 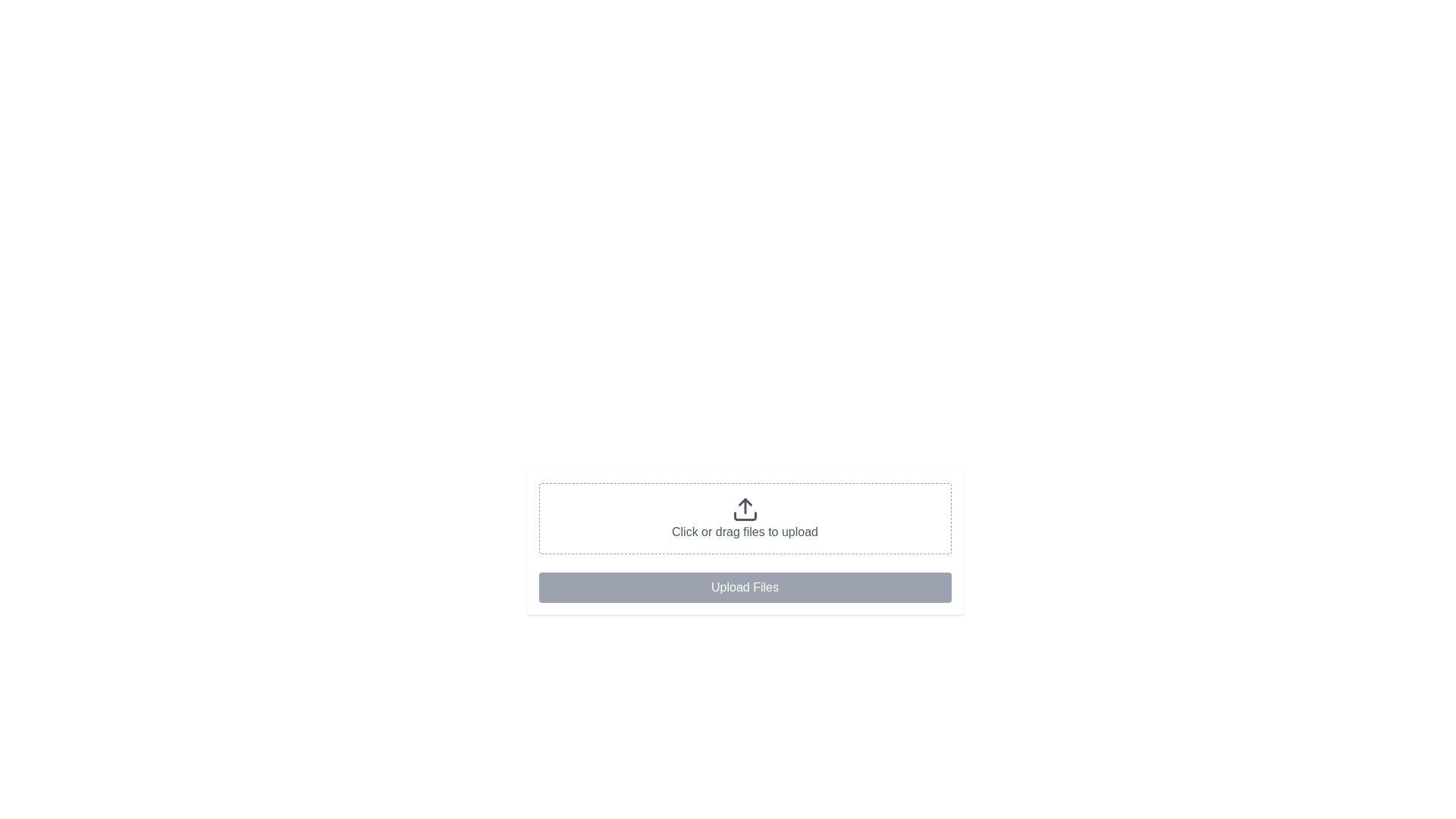 What do you see at coordinates (745, 517) in the screenshot?
I see `files into the File Upload Drop Zone, which is visually represented by a dashed rectangular area with rounded corners and a light gray border, featuring an upward-pointing arrow icon and the text label 'Click or drag files` at bounding box center [745, 517].